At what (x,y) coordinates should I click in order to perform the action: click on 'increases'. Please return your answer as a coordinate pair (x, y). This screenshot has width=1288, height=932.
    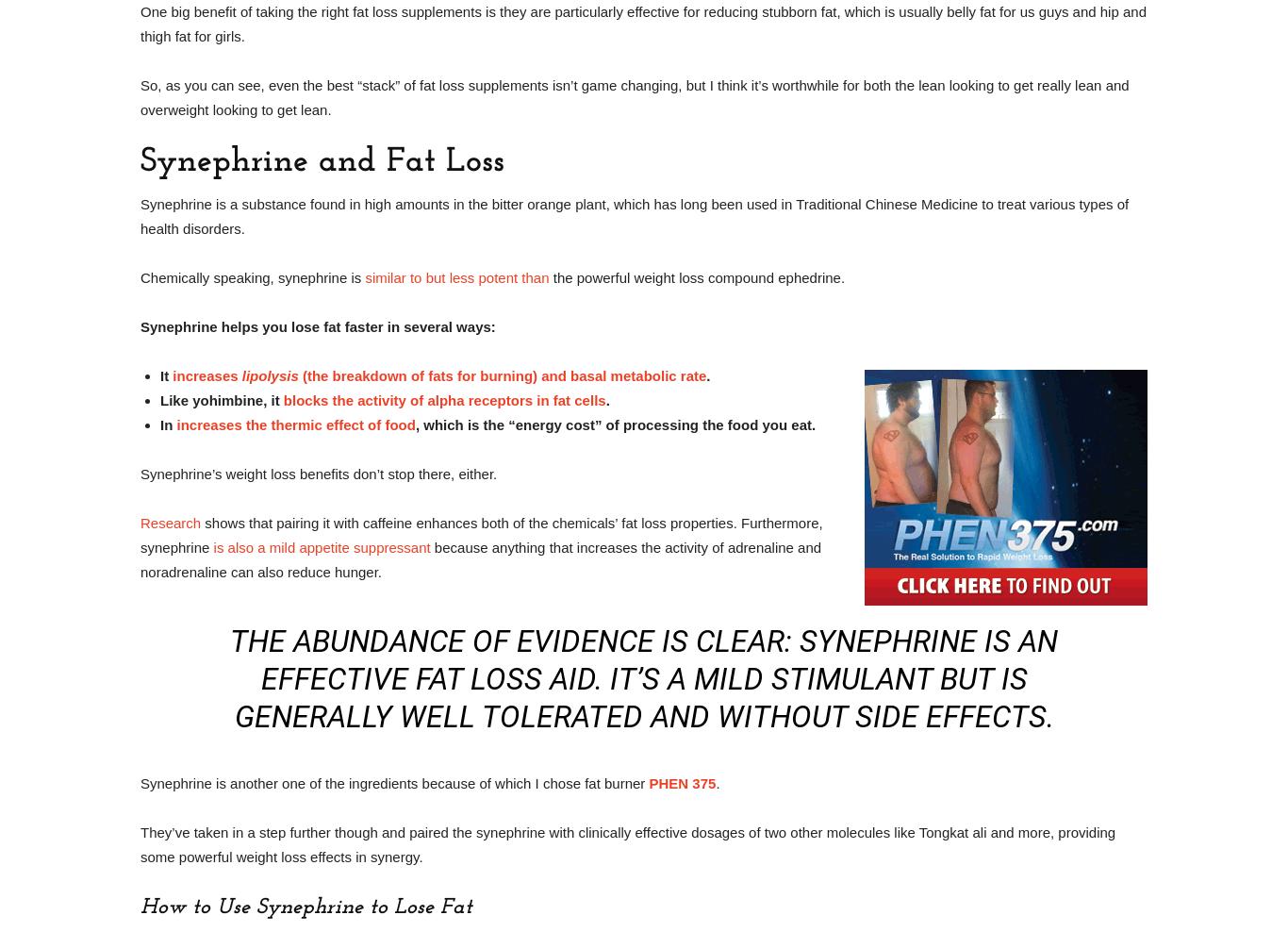
    Looking at the image, I should click on (172, 374).